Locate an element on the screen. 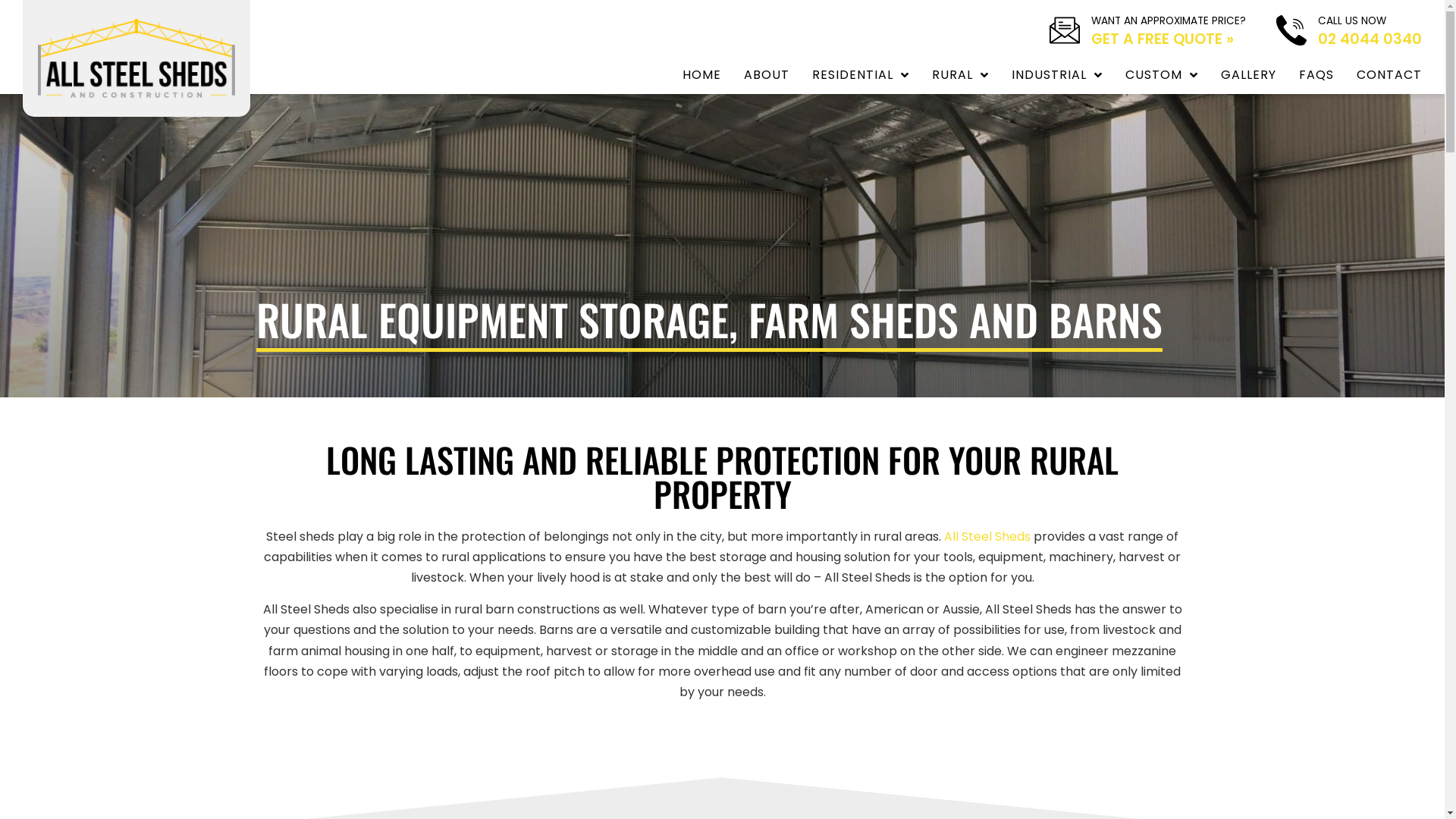 This screenshot has width=1456, height=819. 'INDUSTRIAL' is located at coordinates (1012, 75).